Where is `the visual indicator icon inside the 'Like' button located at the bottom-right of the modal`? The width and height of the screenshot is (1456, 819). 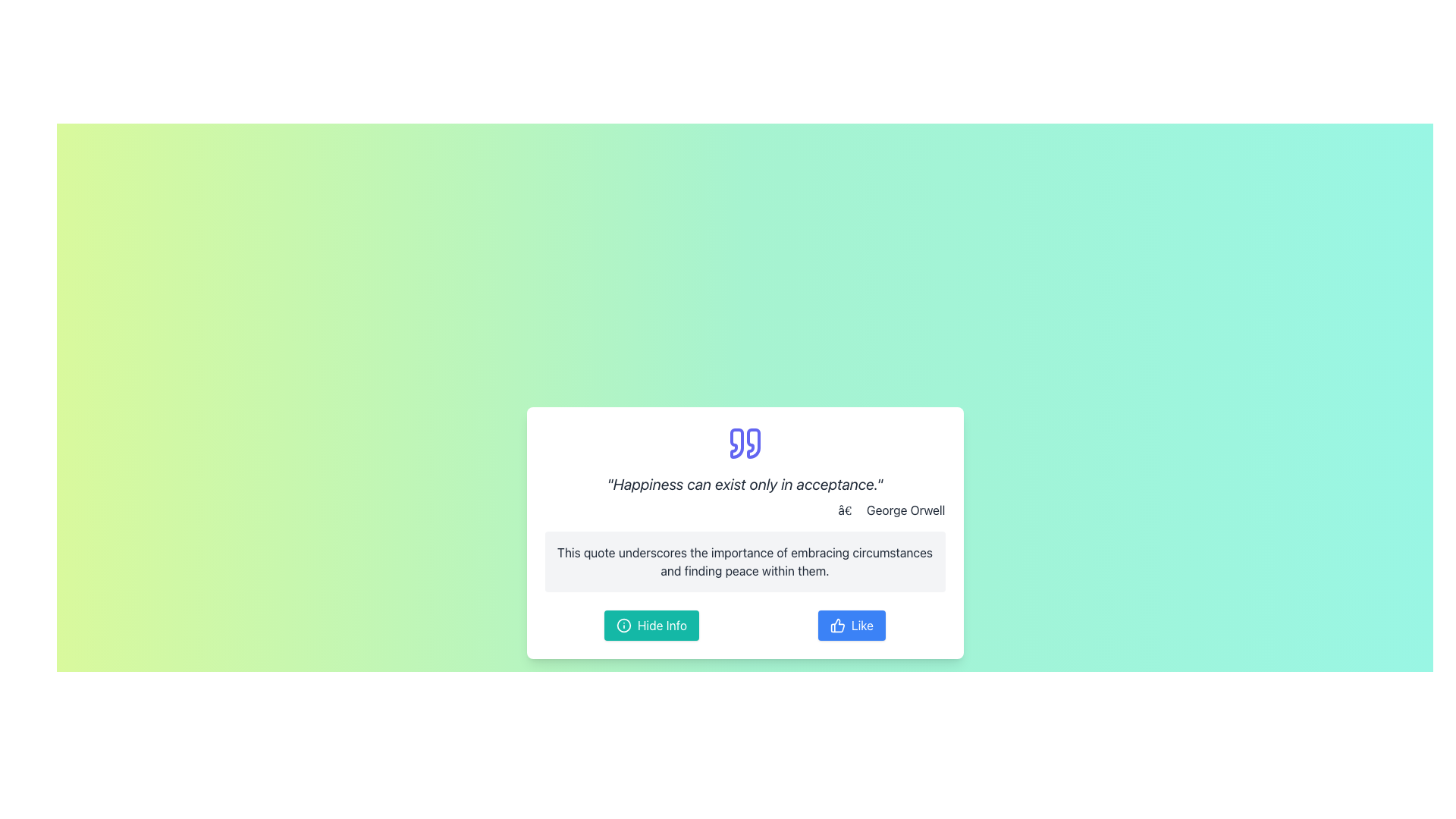 the visual indicator icon inside the 'Like' button located at the bottom-right of the modal is located at coordinates (836, 626).